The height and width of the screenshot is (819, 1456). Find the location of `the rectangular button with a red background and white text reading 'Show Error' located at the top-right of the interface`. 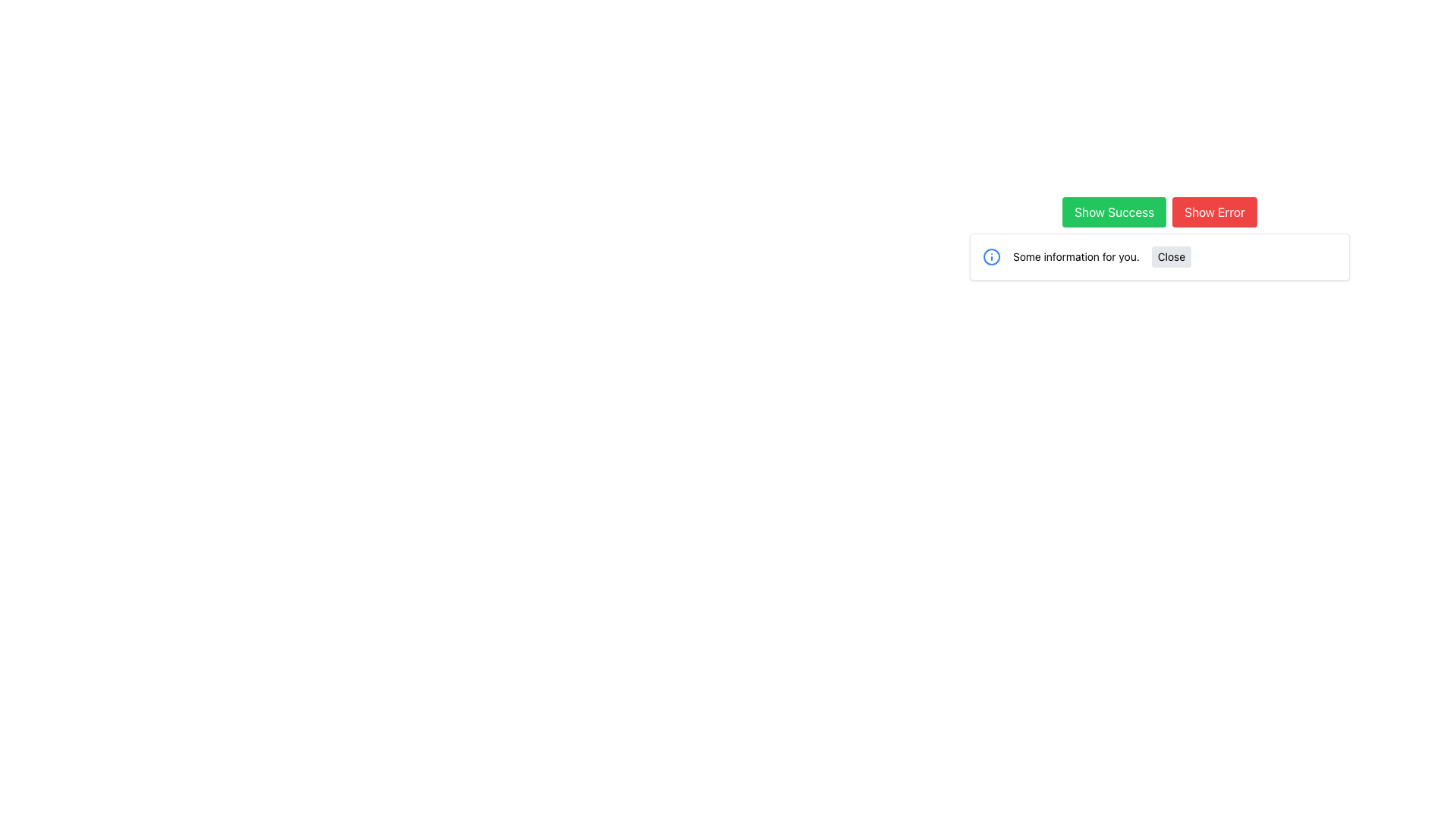

the rectangular button with a red background and white text reading 'Show Error' located at the top-right of the interface is located at coordinates (1215, 212).